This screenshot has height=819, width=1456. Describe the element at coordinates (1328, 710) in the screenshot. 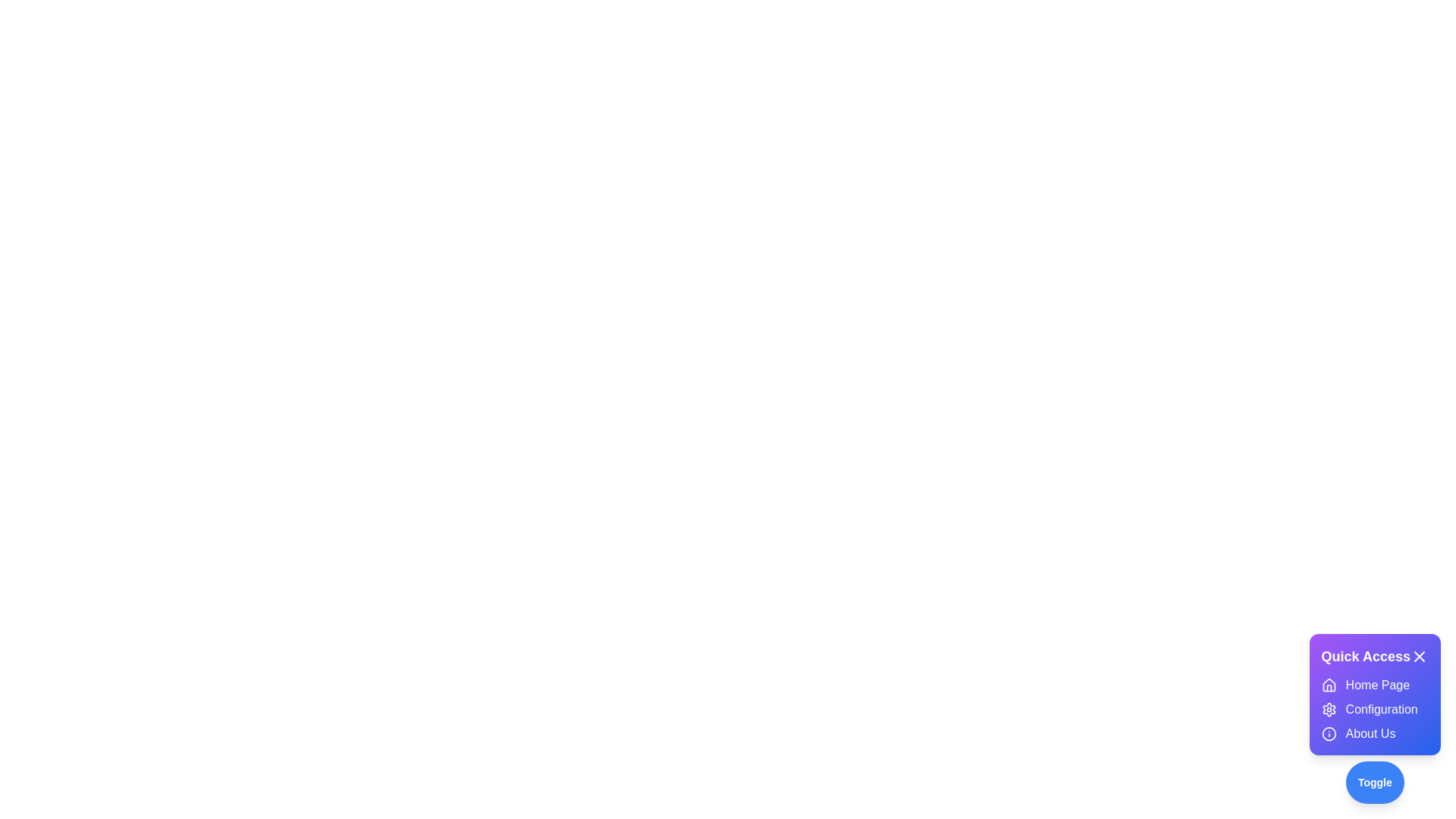

I see `the gear-like icon representing settings in the Quick Access panel, located near the 'Configuration' label` at that location.